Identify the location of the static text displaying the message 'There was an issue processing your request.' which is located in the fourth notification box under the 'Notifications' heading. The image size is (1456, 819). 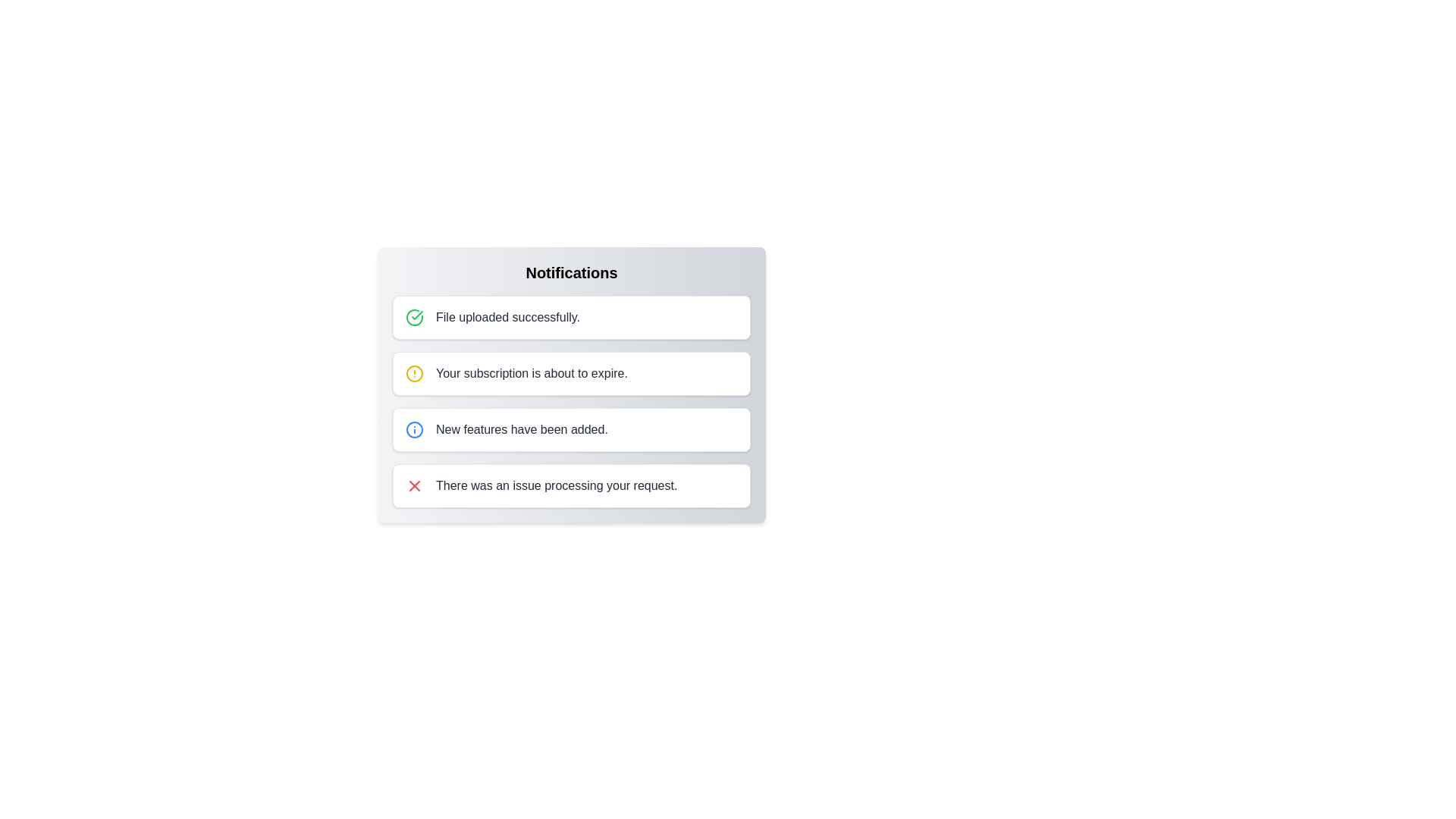
(556, 485).